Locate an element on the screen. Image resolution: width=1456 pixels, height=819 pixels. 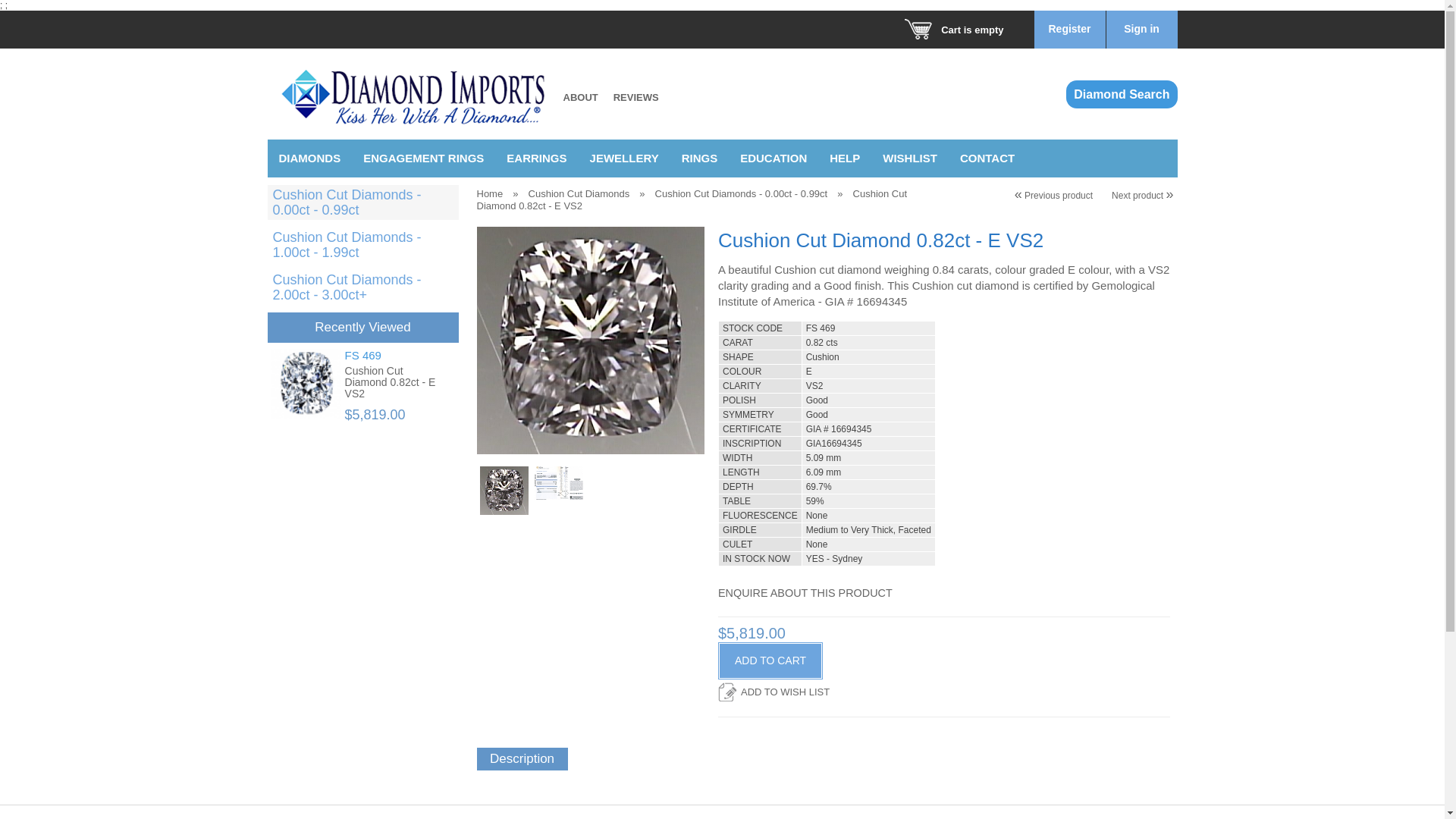
'Cushion Cut Diamonds - 0.00ct - 0.99ct' is located at coordinates (346, 201).